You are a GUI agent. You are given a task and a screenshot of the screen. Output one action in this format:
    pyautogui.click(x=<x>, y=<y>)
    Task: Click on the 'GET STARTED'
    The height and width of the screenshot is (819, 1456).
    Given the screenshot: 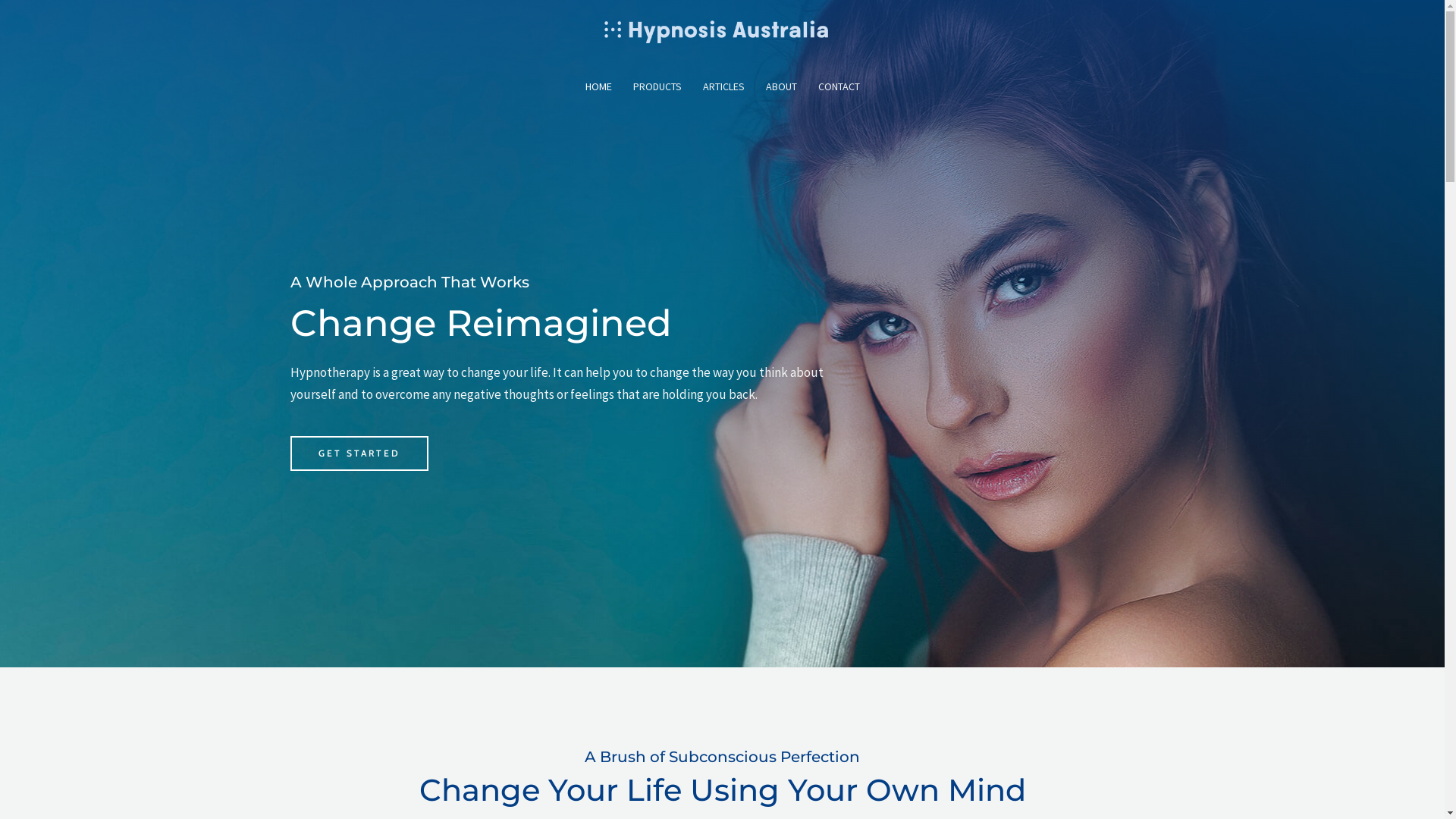 What is the action you would take?
    pyautogui.click(x=358, y=452)
    